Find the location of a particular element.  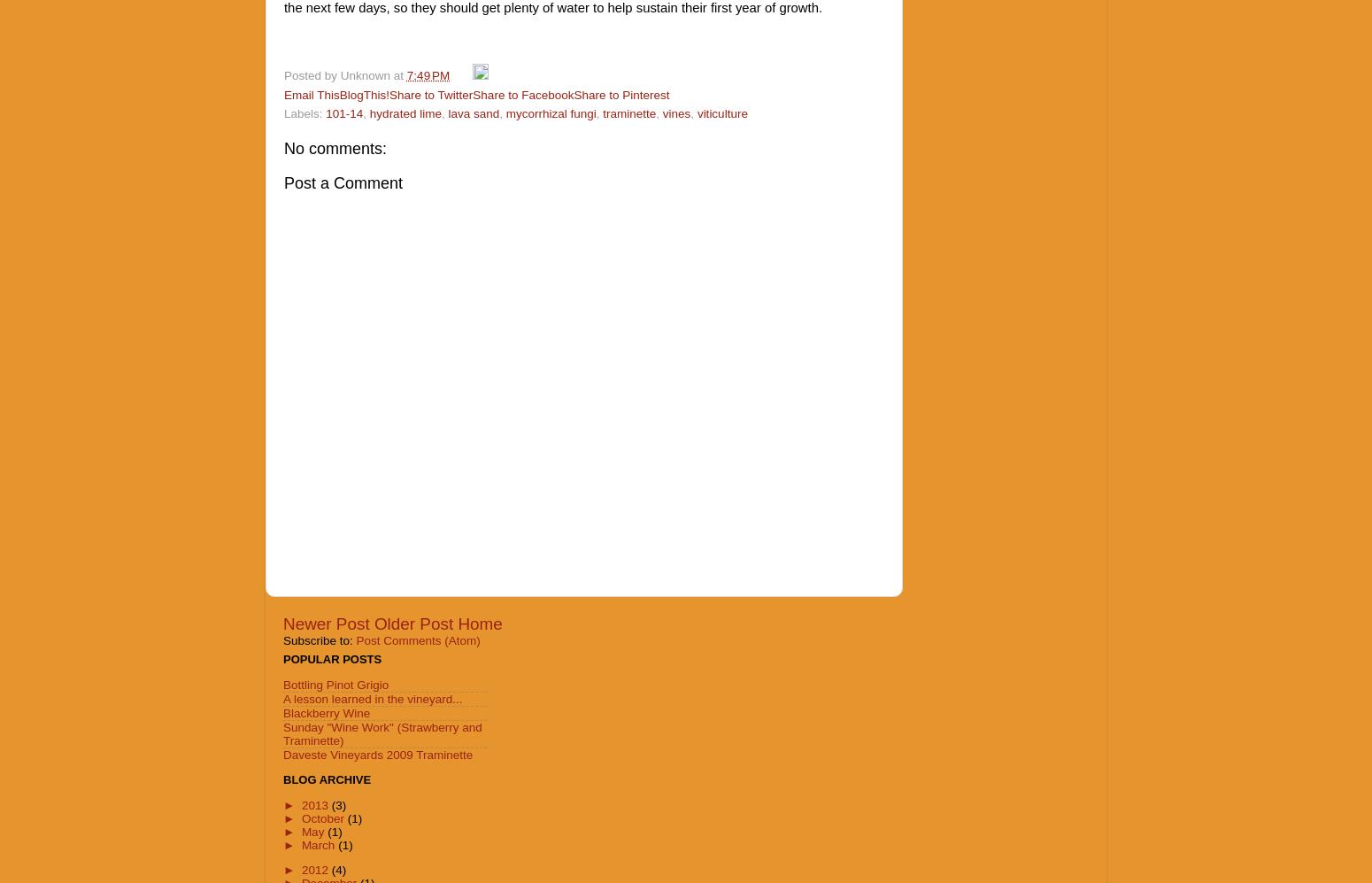

'March' is located at coordinates (318, 843).